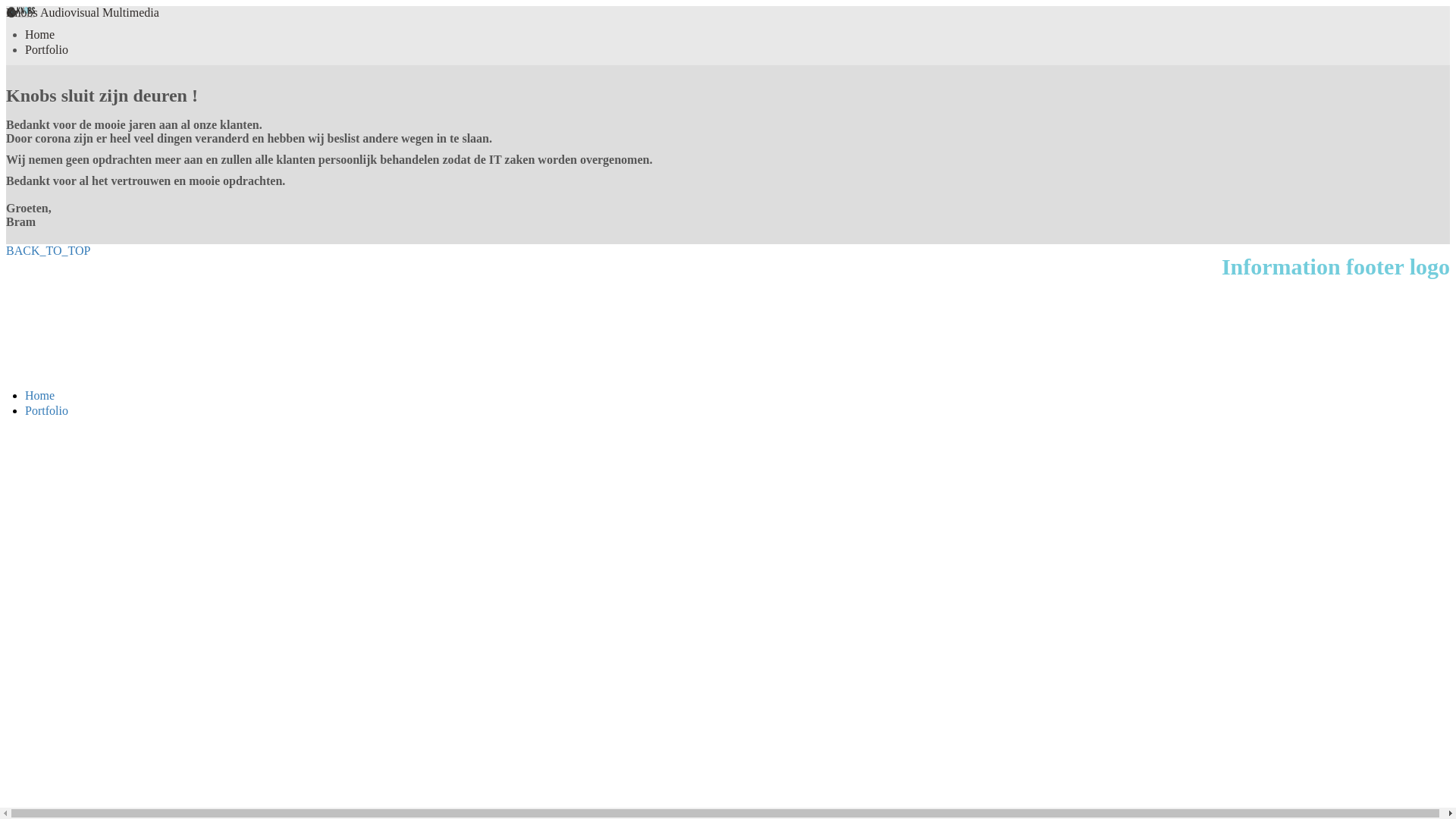  Describe the element at coordinates (82, 12) in the screenshot. I see `'Knobs Audiovisual Multimedia'` at that location.